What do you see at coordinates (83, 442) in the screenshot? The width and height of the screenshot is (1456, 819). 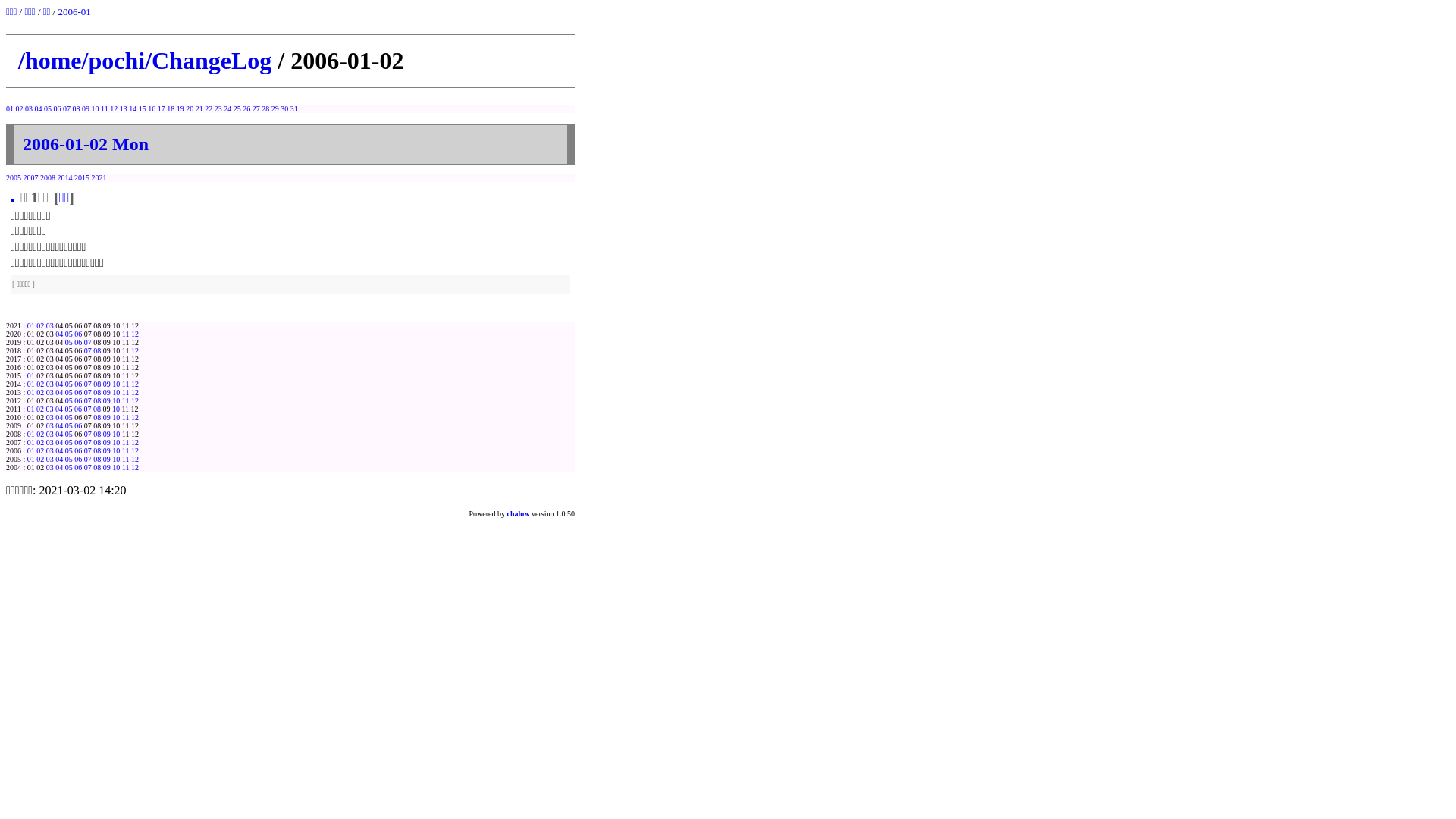 I see `'07'` at bounding box center [83, 442].